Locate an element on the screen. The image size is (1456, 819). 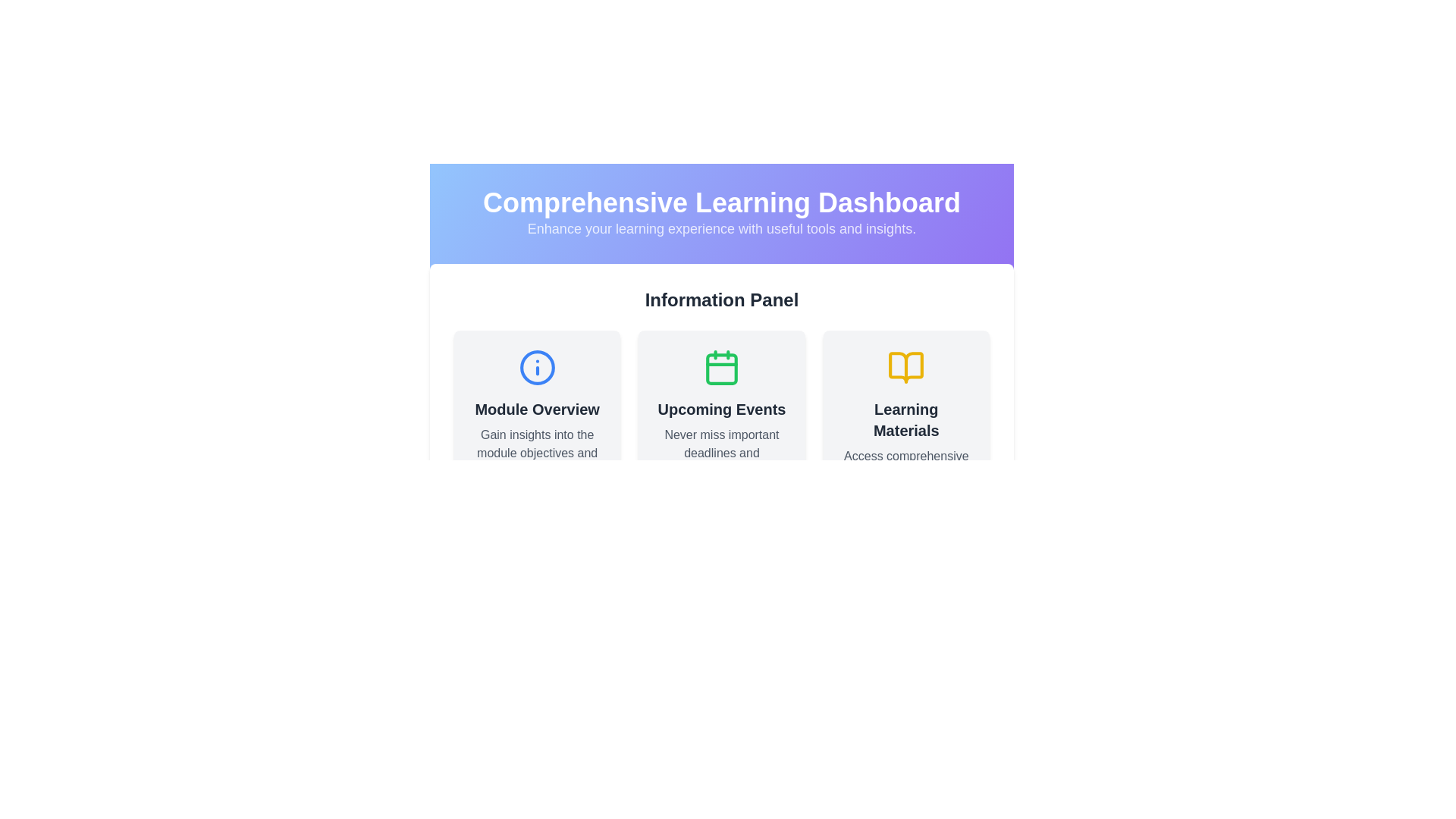
the icon representing the 'Module Overview' section is located at coordinates (537, 368).